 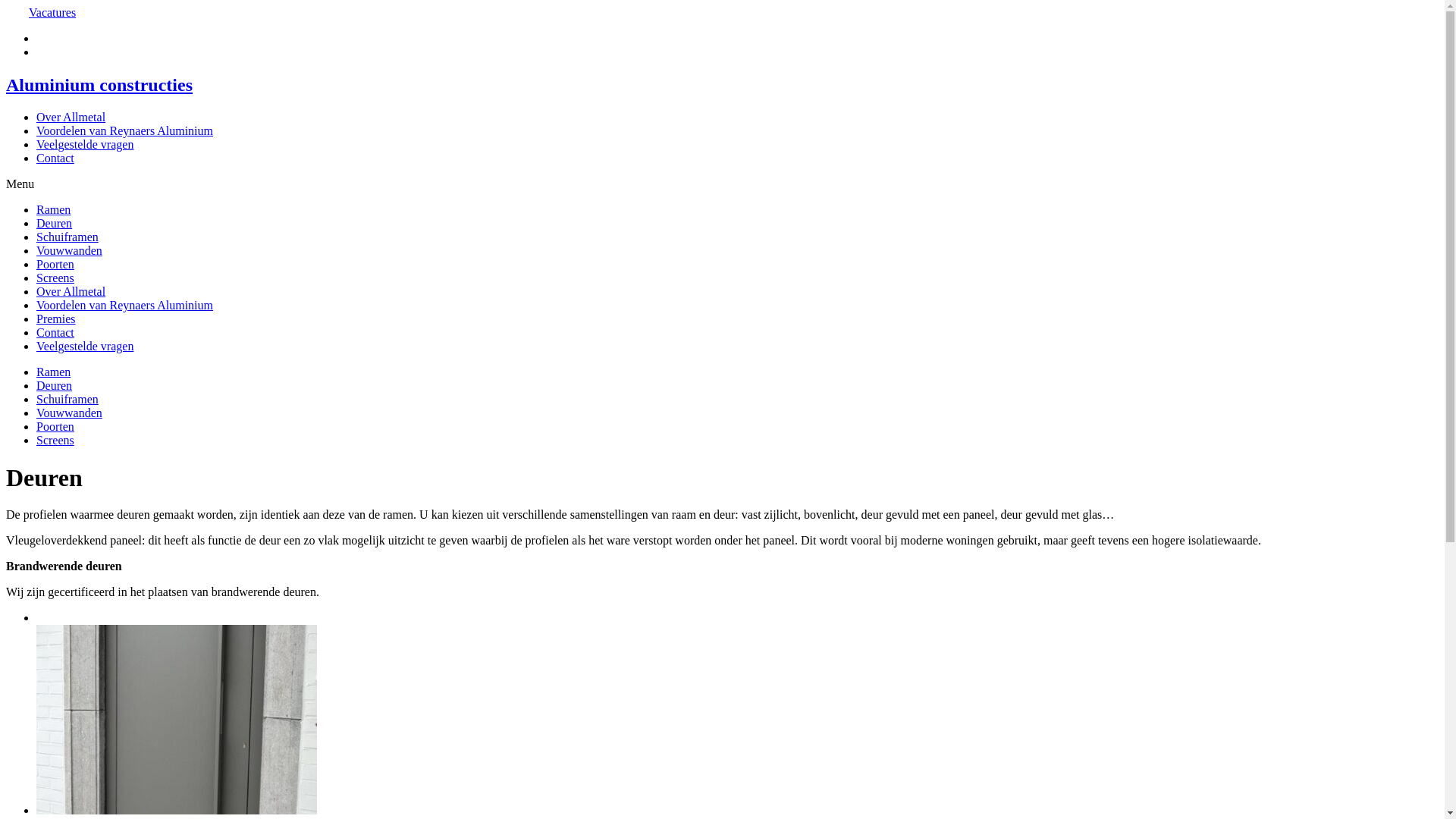 What do you see at coordinates (52, 12) in the screenshot?
I see `'Vacatures'` at bounding box center [52, 12].